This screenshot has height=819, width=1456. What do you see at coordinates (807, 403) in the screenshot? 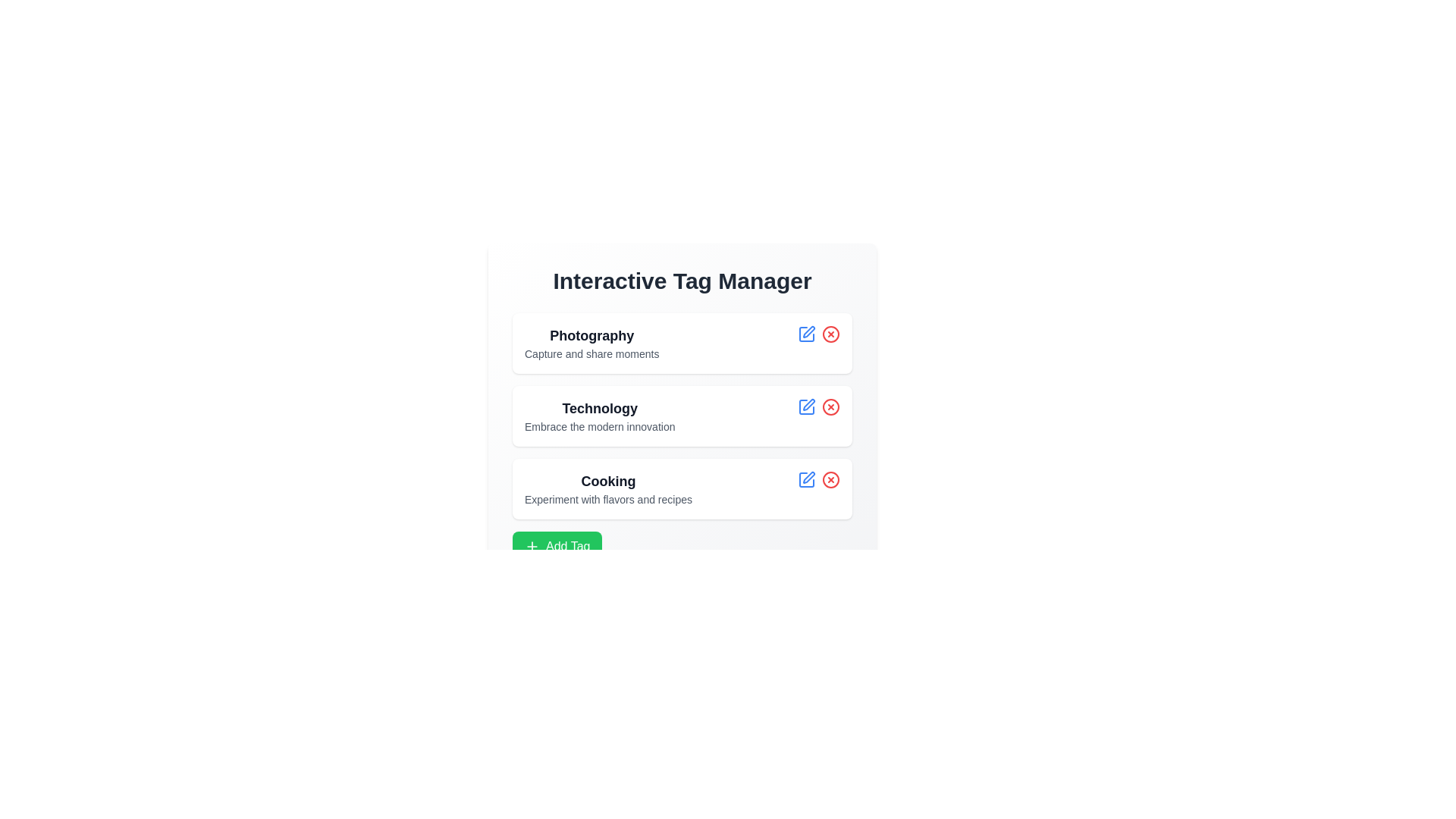
I see `the 'Edit' icon button located to the right of the 'Technology' tag to initiate editing` at bounding box center [807, 403].